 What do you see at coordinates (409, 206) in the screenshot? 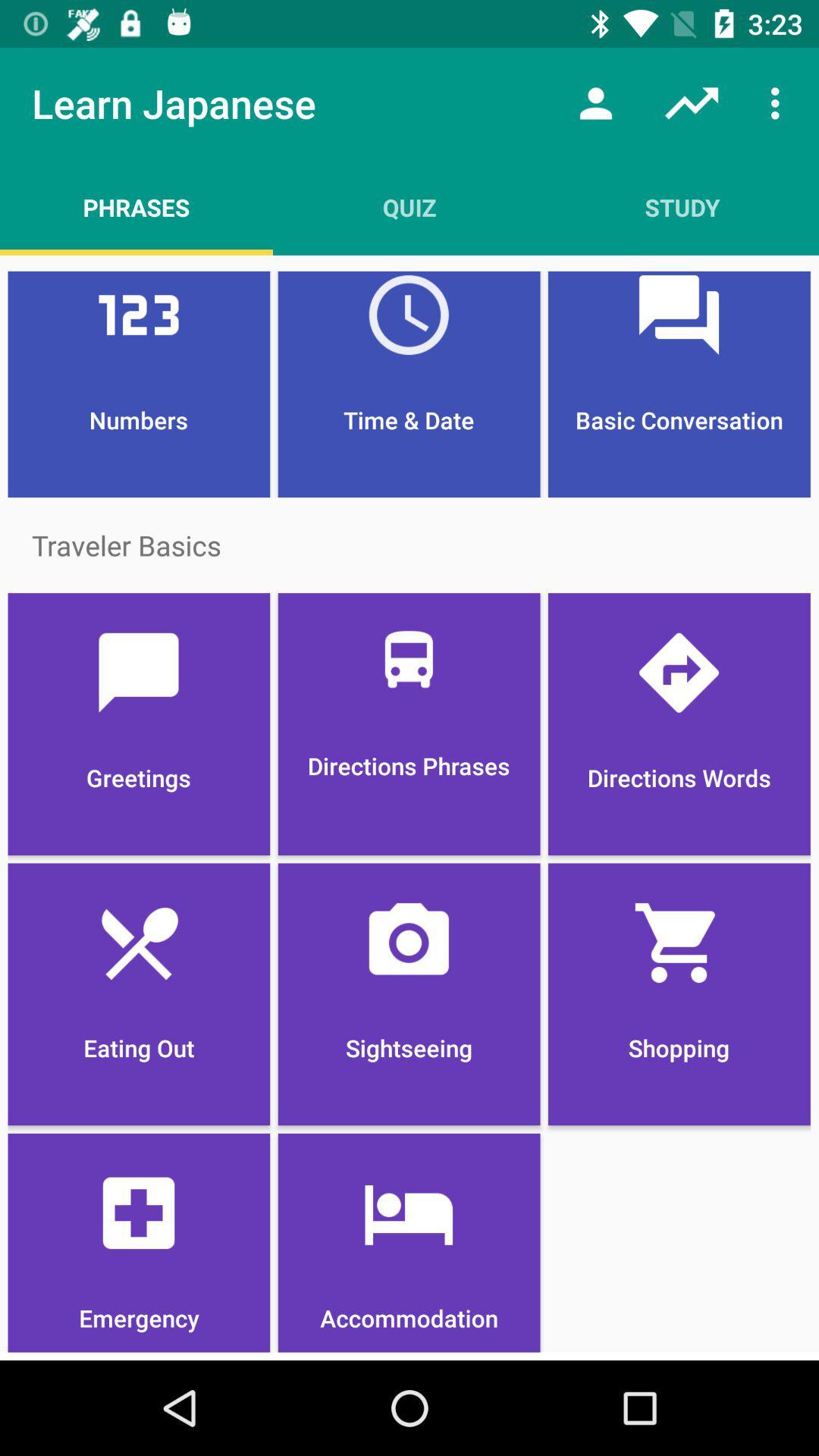
I see `item next to study app` at bounding box center [409, 206].